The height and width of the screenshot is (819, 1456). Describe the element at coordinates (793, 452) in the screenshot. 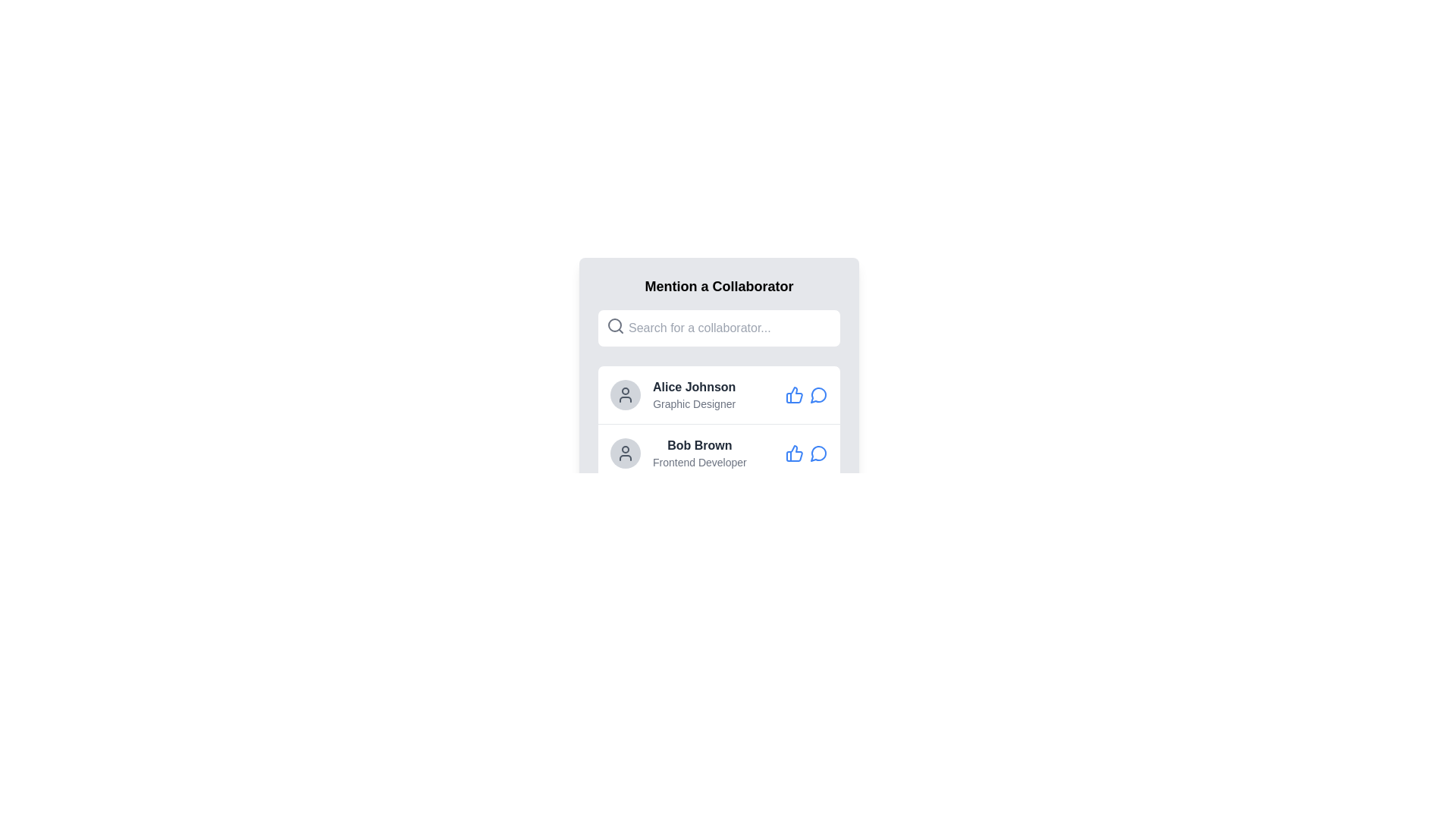

I see `the outlined blue thumbs-up icon located in the second user's row, aligned to the right side` at that location.